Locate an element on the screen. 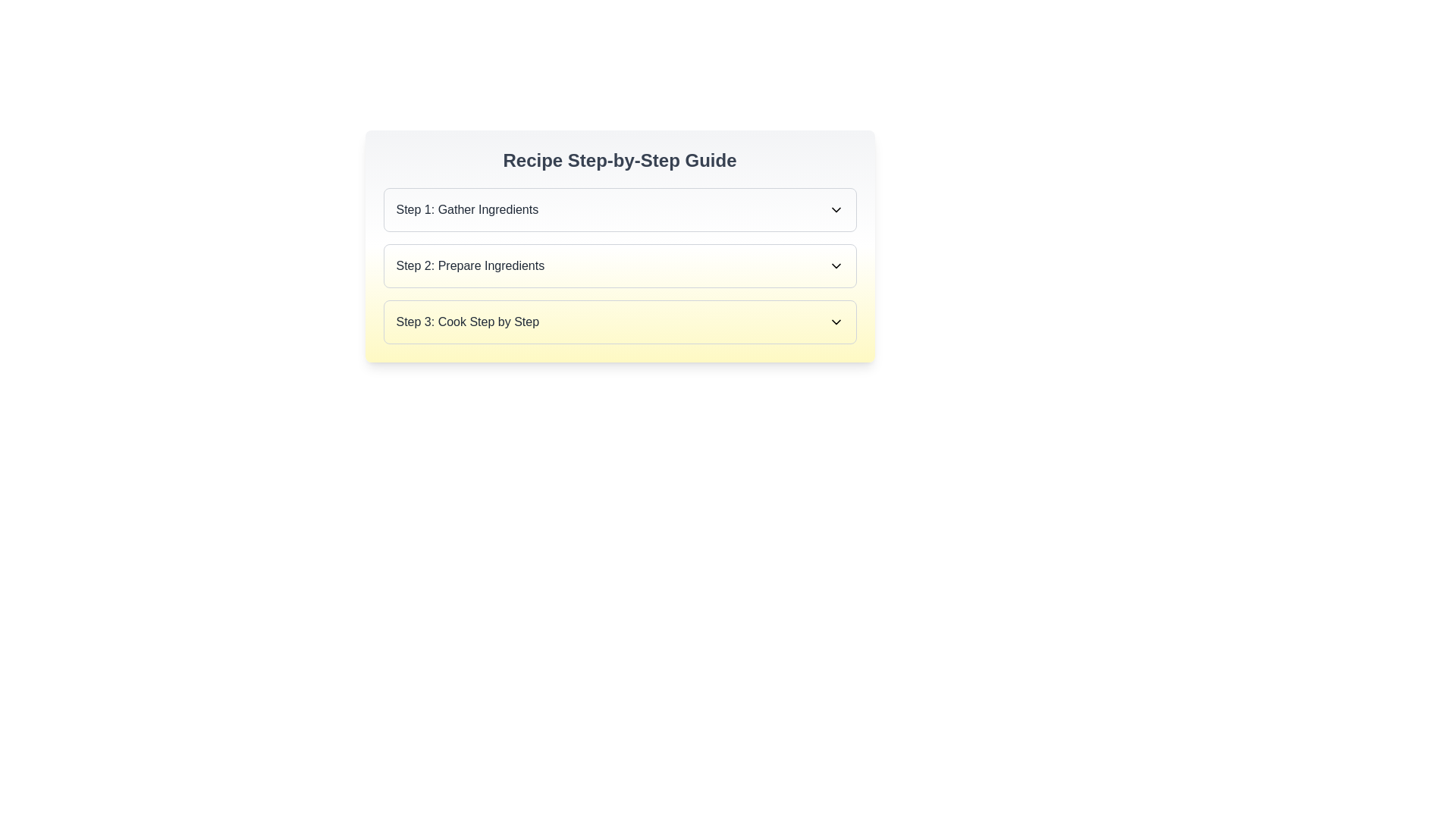 Image resolution: width=1456 pixels, height=819 pixels. the text label header which is the third step in the 'Recipe Step-by-Step Guide', positioned to the left of a downward-facing arrow icon is located at coordinates (466, 321).